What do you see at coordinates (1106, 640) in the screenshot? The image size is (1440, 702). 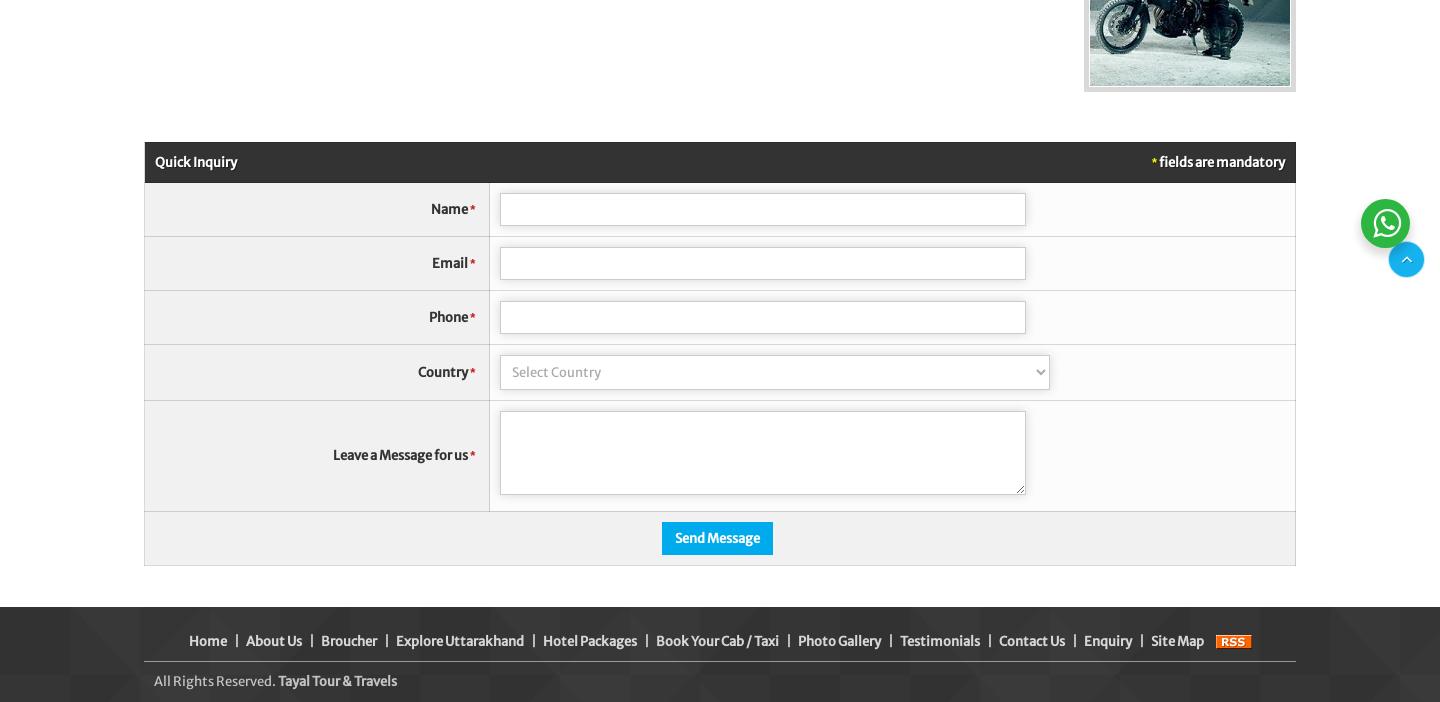 I see `'Enquiry'` at bounding box center [1106, 640].